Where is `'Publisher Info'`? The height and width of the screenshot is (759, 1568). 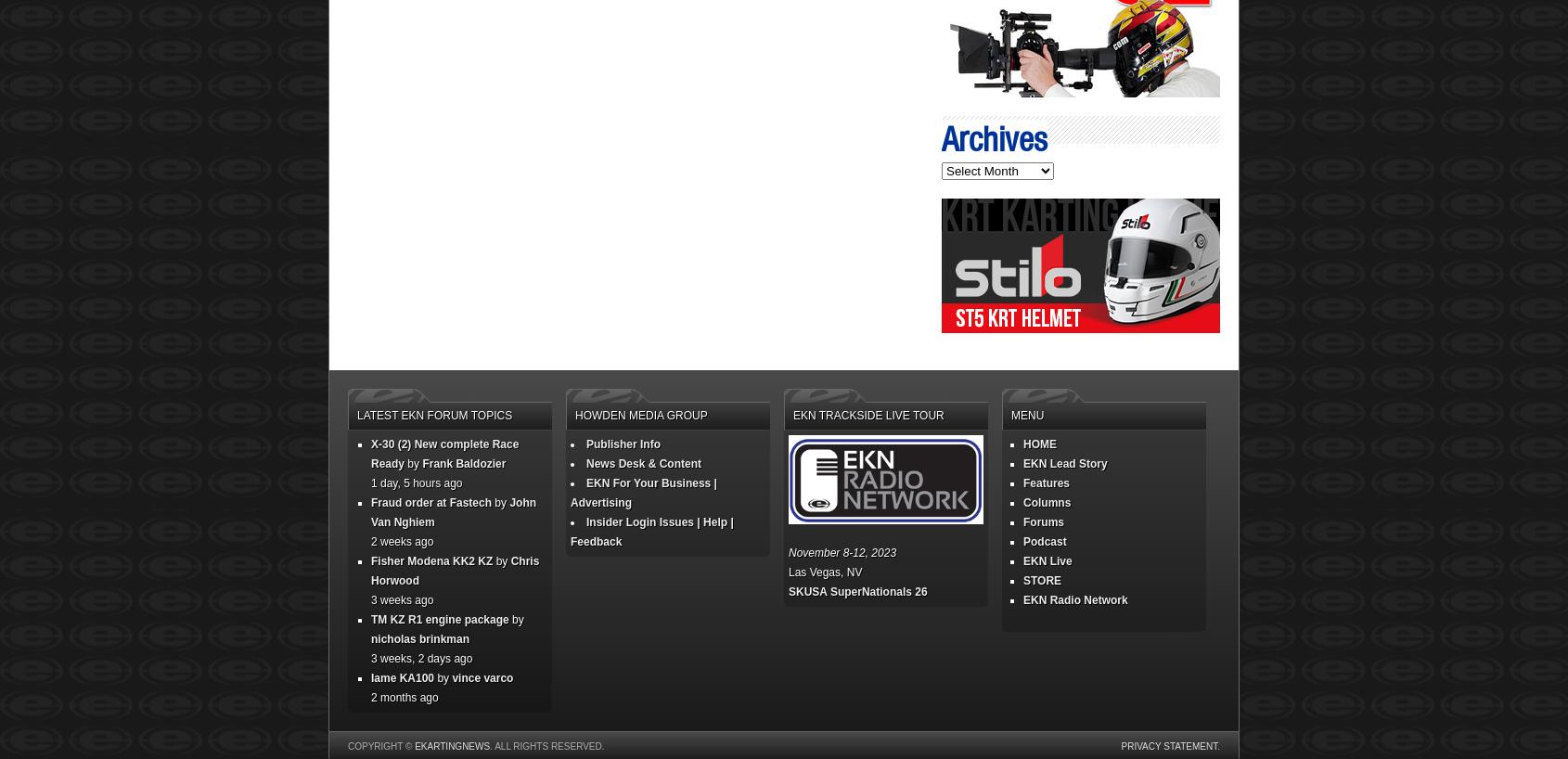
'Publisher Info' is located at coordinates (623, 444).